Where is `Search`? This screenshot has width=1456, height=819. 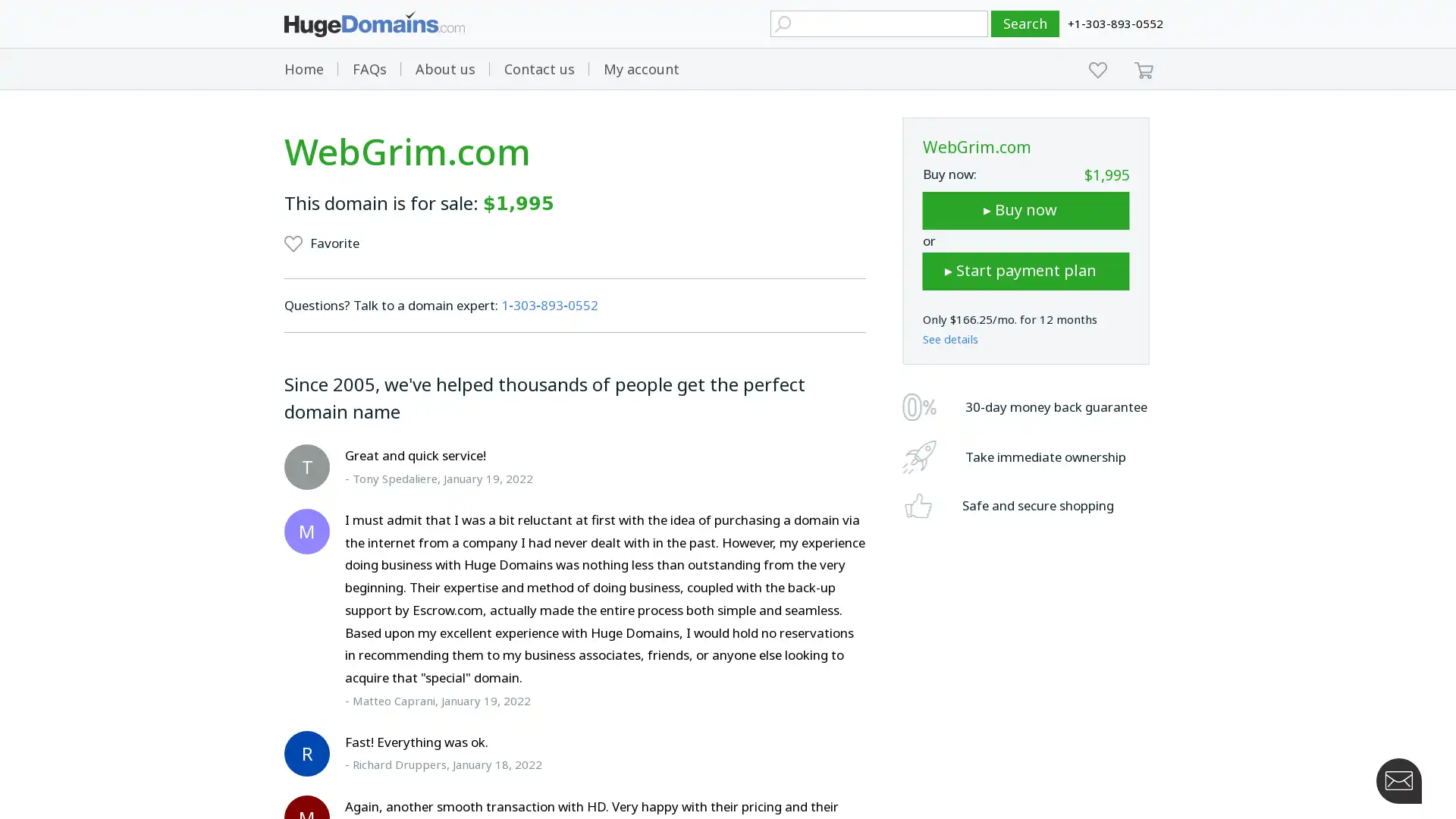 Search is located at coordinates (1025, 24).